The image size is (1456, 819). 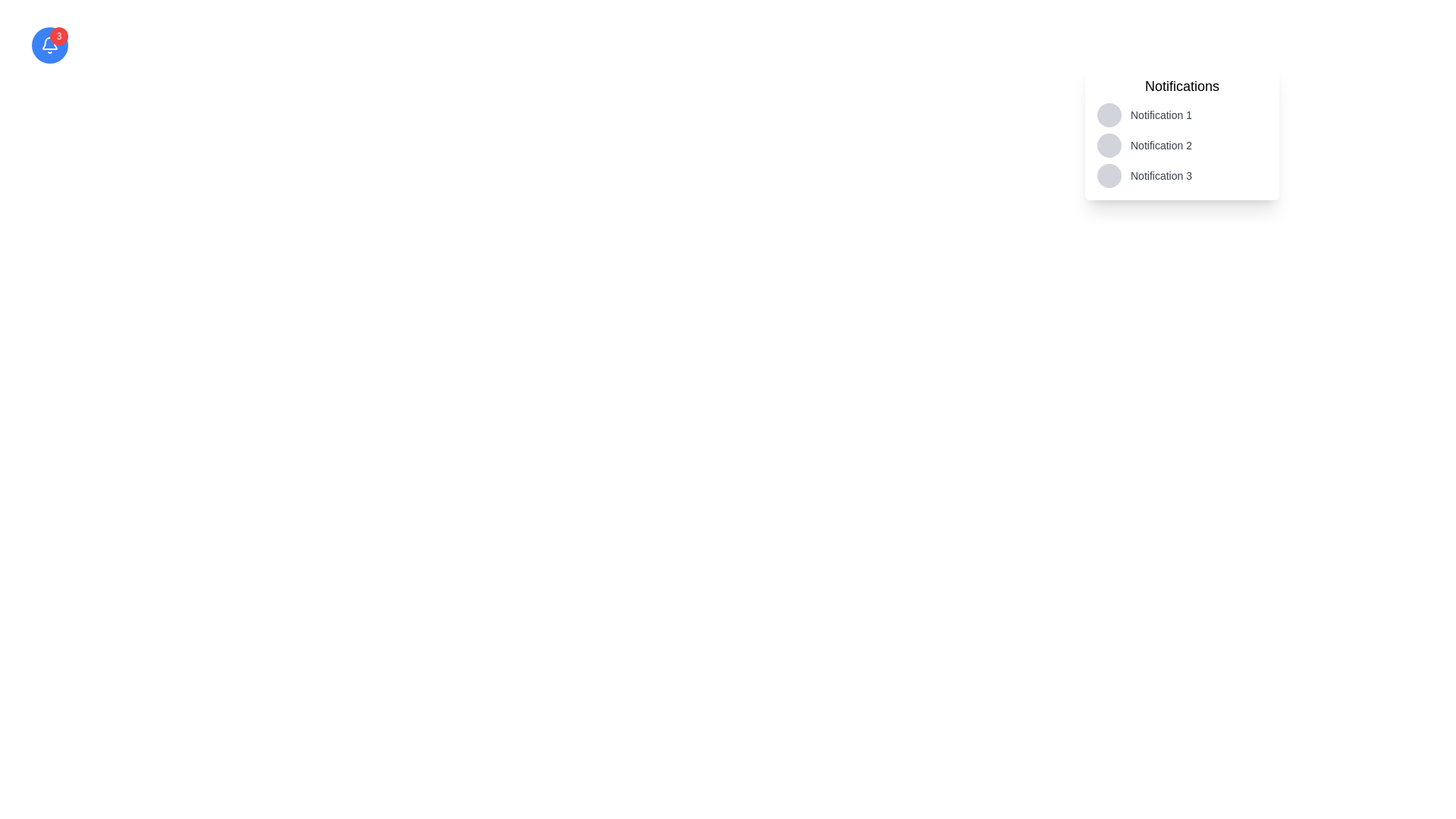 What do you see at coordinates (1160, 174) in the screenshot?
I see `the Text label indicating the content of the third notification entry in the Notifications list` at bounding box center [1160, 174].